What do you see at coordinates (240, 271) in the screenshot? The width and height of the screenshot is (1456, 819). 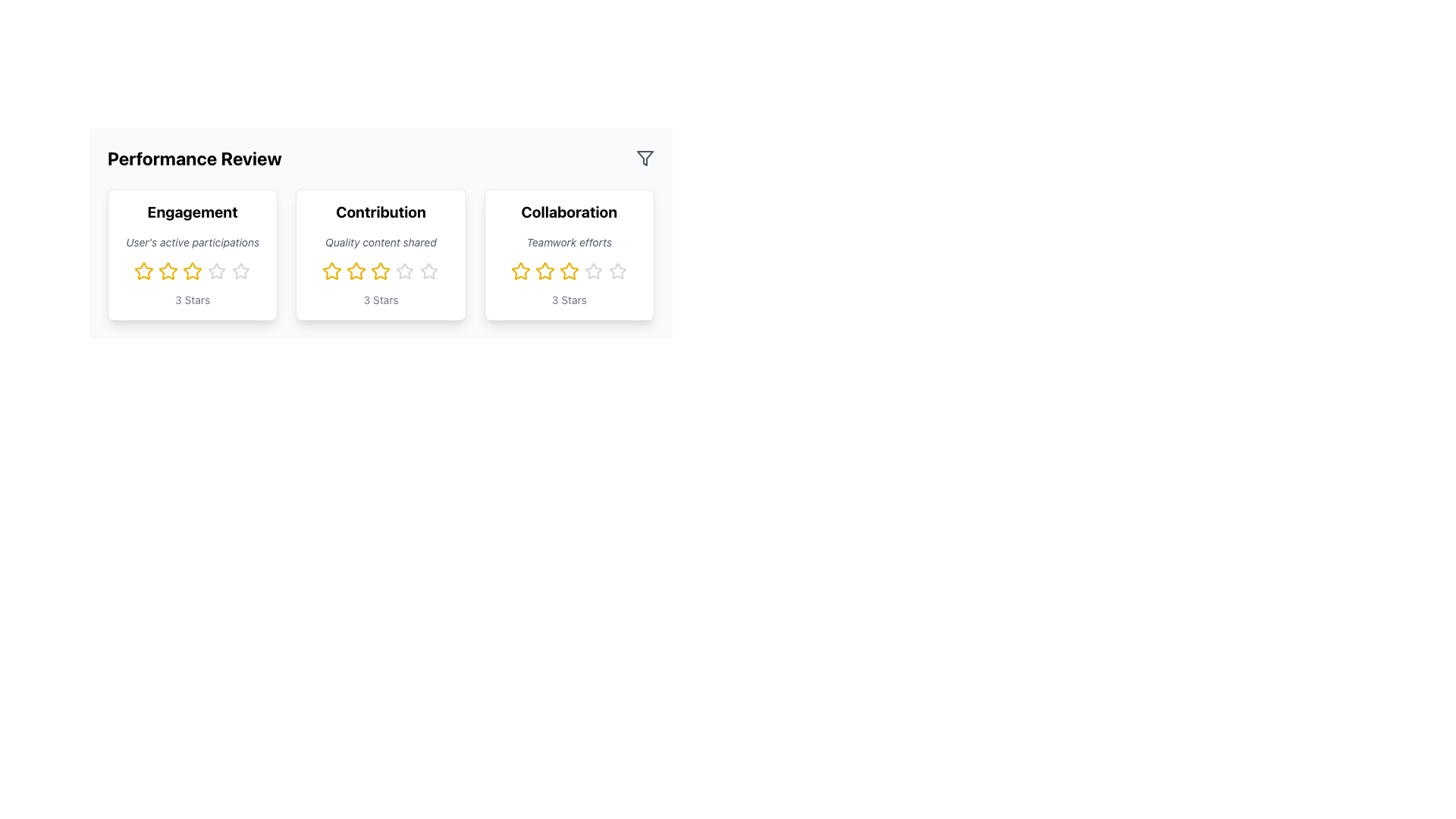 I see `the fourth star icon in the star rating component within the 'Engagement' card of the 'Performance Review' section` at bounding box center [240, 271].